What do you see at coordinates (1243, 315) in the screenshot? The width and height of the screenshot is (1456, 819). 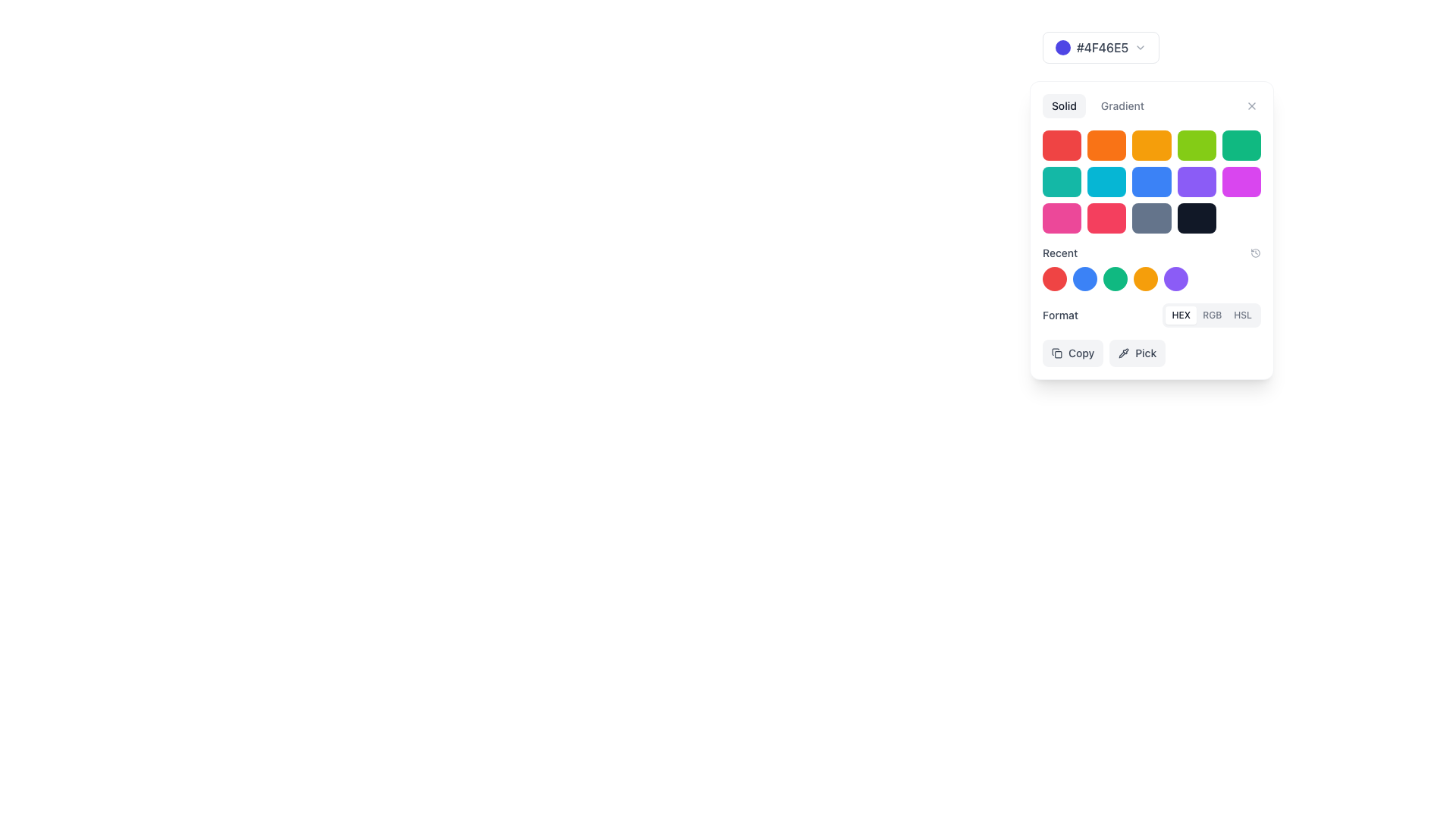 I see `the 'HSL' button, which is the third button in a row of three buttons labeled 'HEX,' 'RGB,' and 'HSL', to change its color` at bounding box center [1243, 315].